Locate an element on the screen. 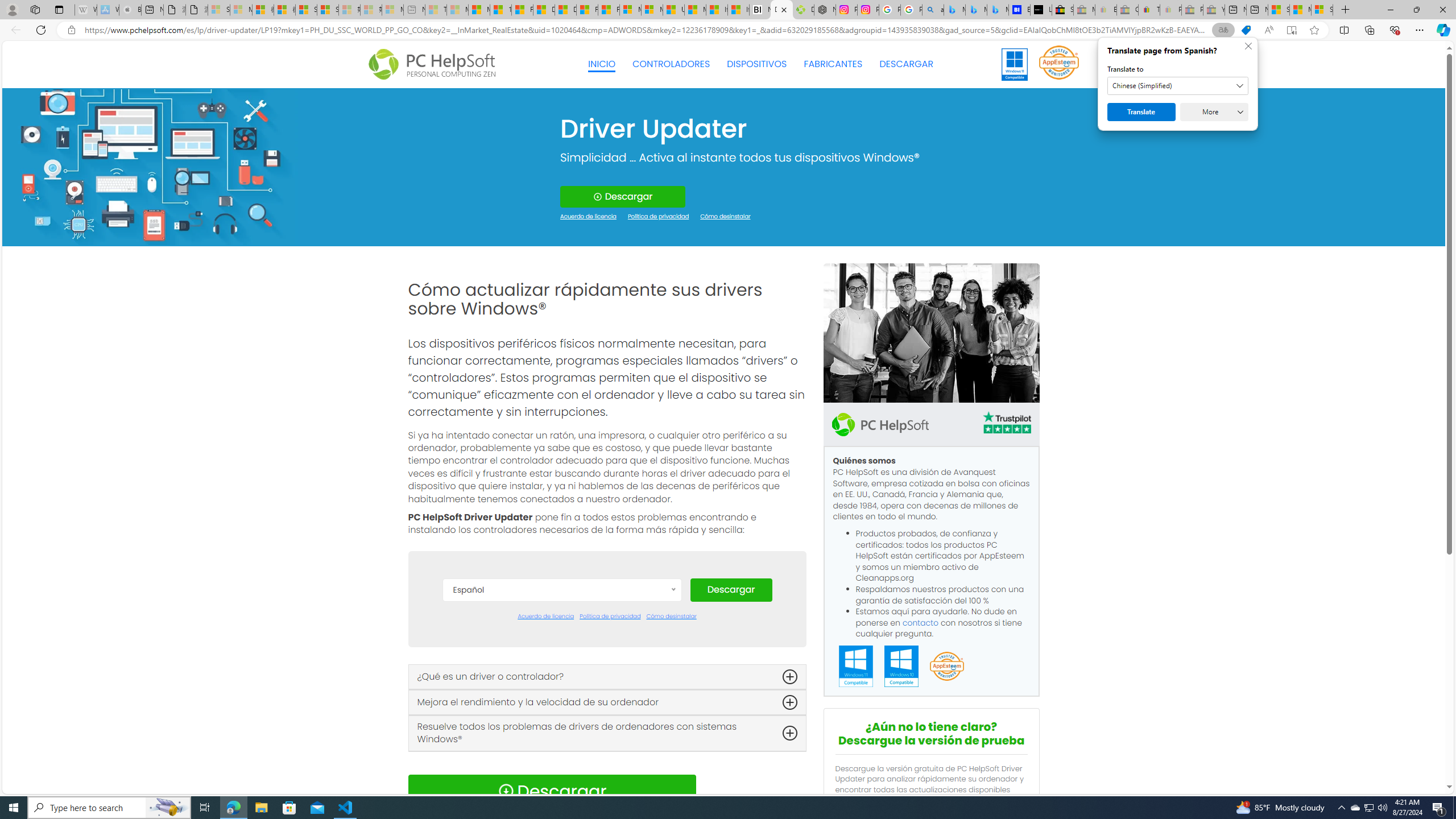 The height and width of the screenshot is (819, 1456). 'Windows 11 Compatible' is located at coordinates (855, 666).